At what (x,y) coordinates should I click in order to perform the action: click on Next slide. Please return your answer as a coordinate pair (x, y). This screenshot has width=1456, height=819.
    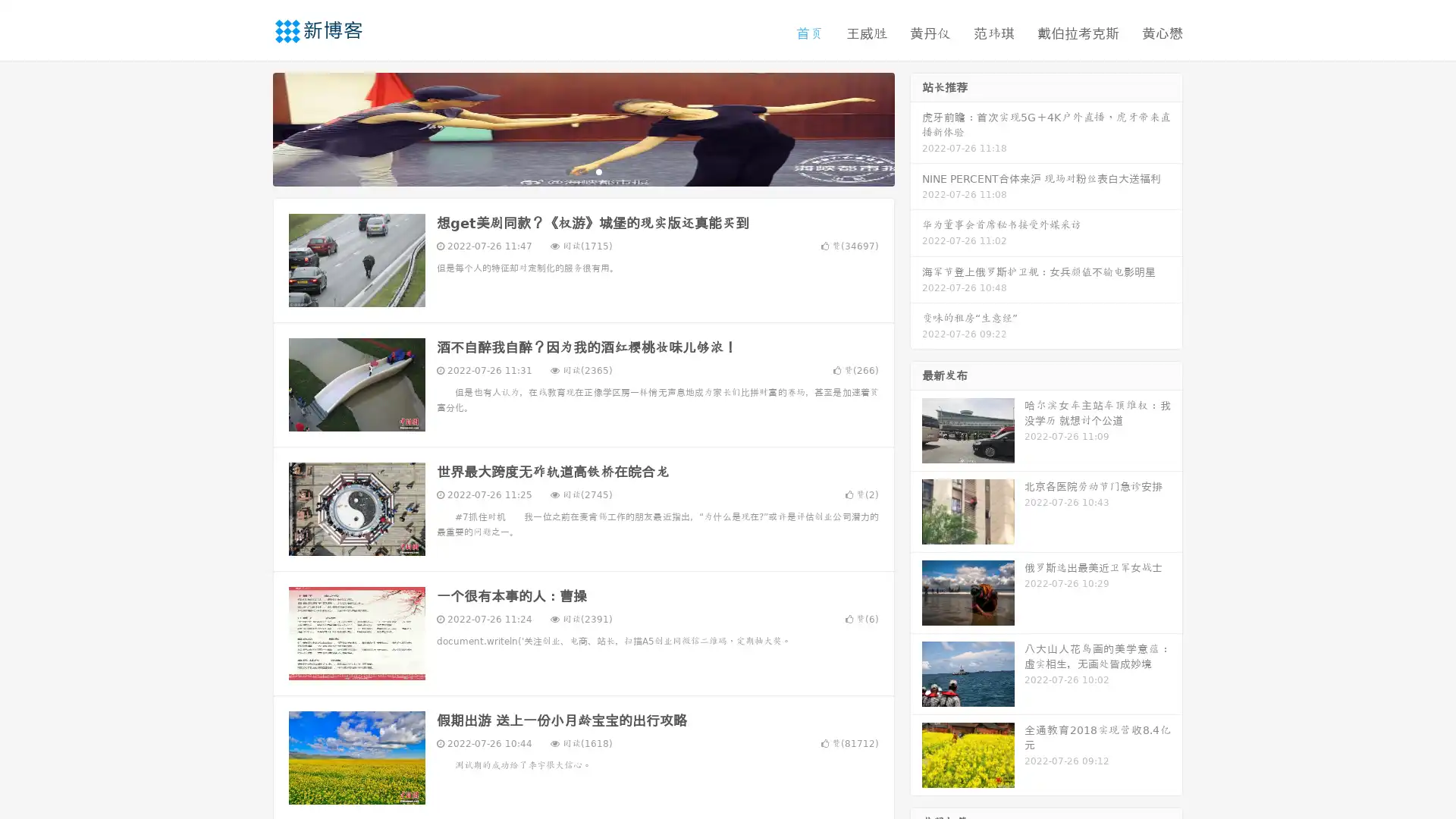
    Looking at the image, I should click on (916, 127).